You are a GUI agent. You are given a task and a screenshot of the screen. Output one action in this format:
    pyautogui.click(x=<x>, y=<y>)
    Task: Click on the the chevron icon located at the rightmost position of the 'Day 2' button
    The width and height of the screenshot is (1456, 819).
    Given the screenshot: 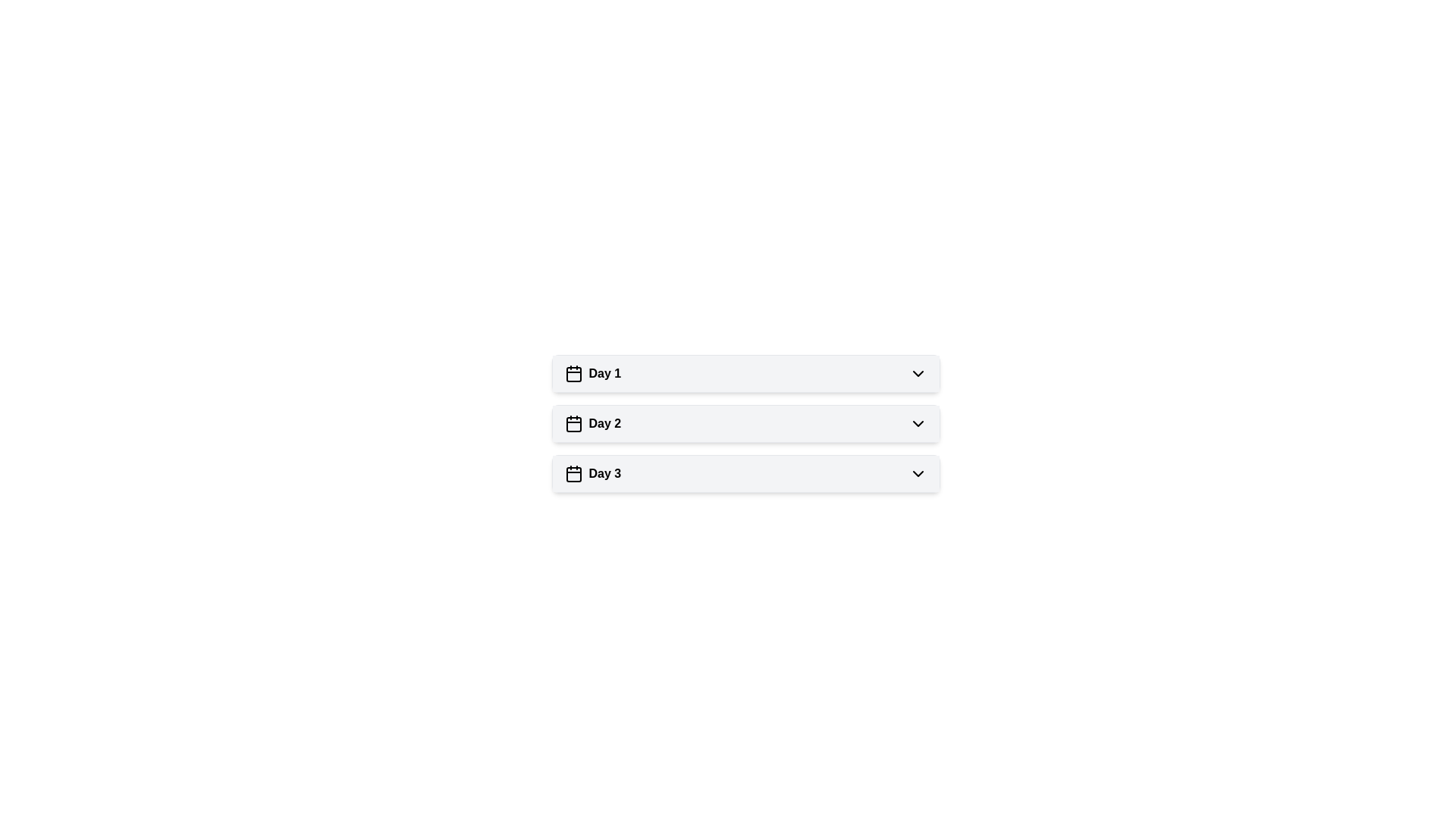 What is the action you would take?
    pyautogui.click(x=917, y=424)
    